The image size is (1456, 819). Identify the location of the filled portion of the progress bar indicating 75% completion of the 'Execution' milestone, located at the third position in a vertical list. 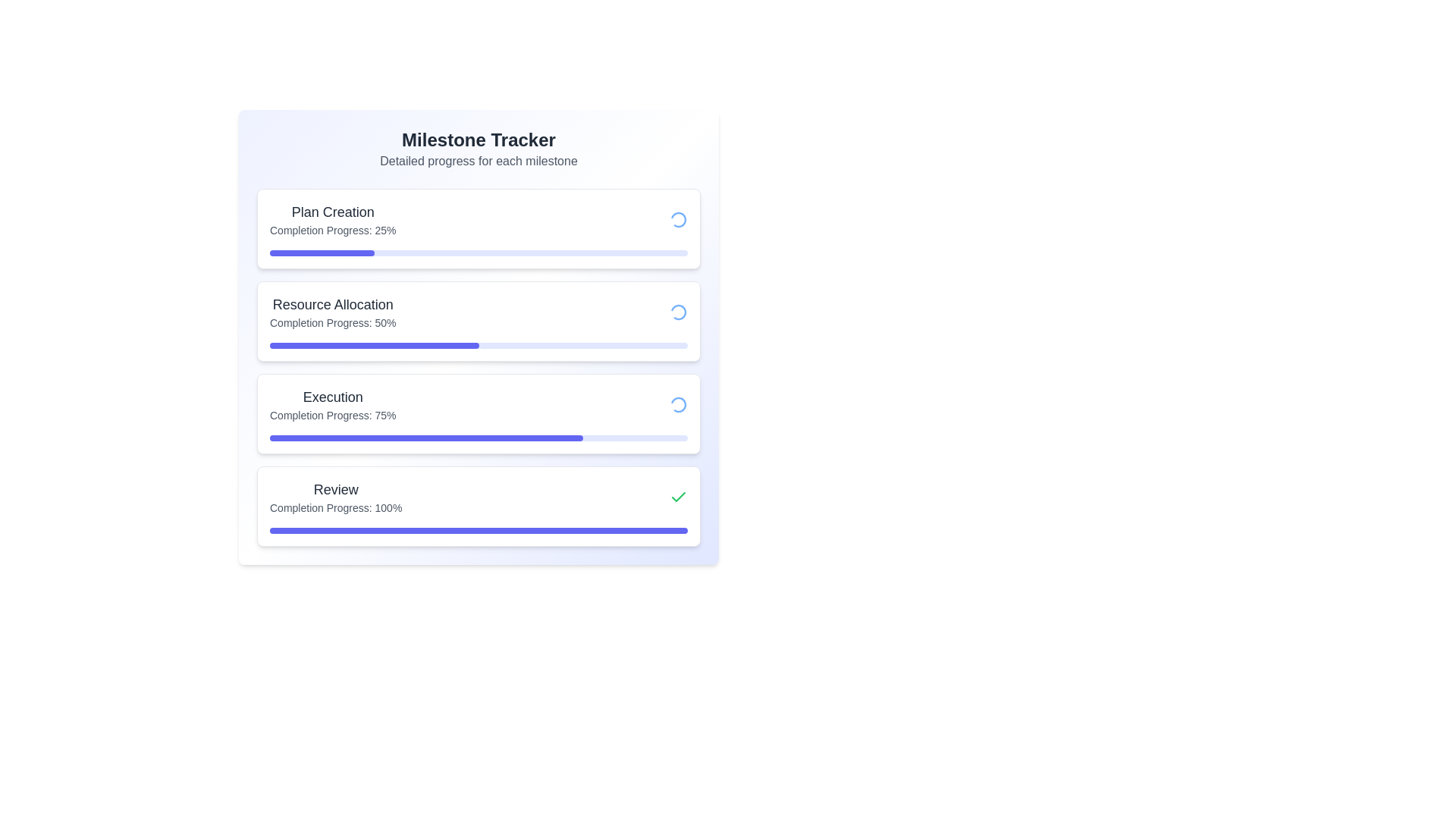
(425, 438).